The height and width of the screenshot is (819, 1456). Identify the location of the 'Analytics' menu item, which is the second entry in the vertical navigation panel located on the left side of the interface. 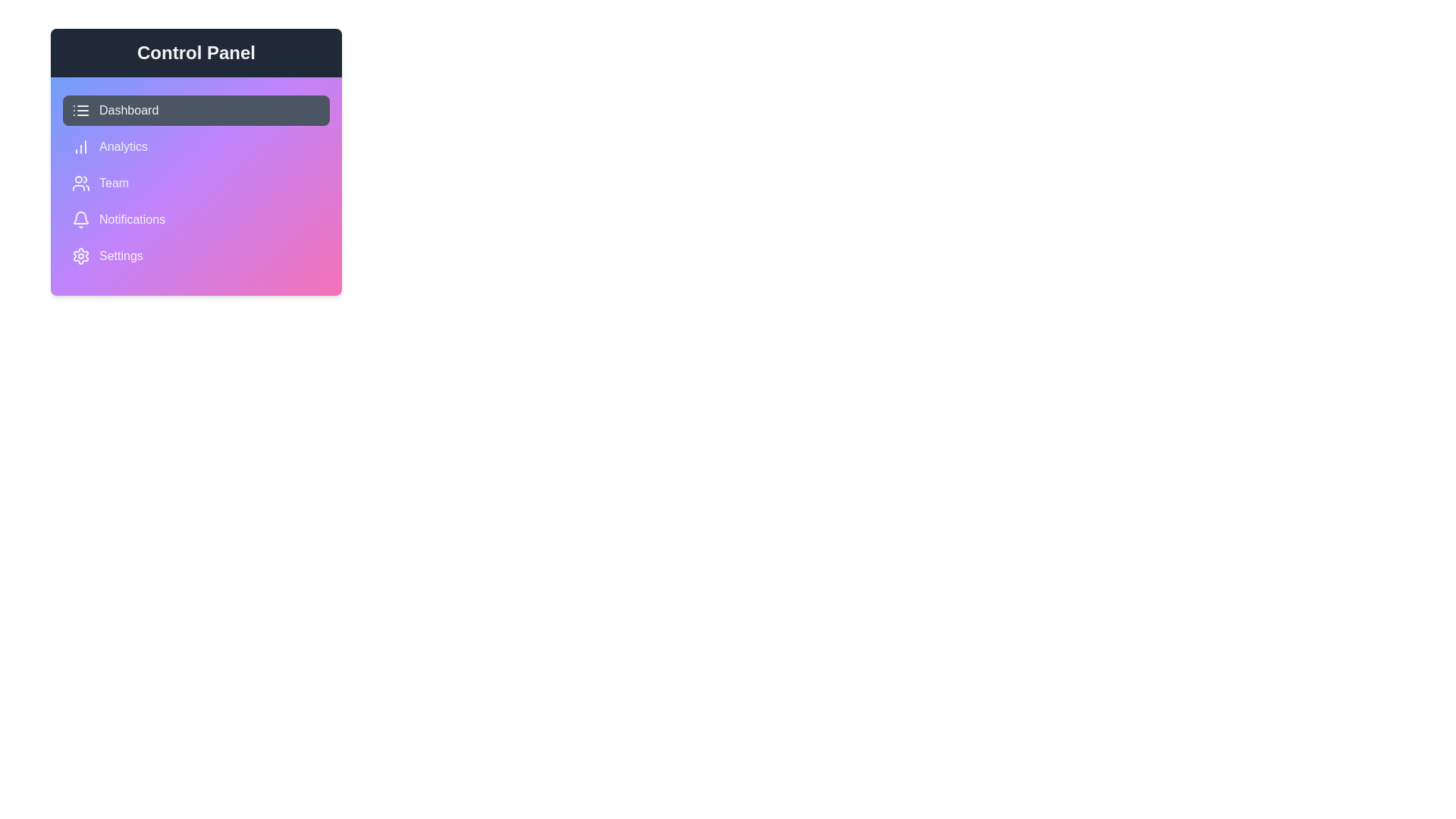
(196, 146).